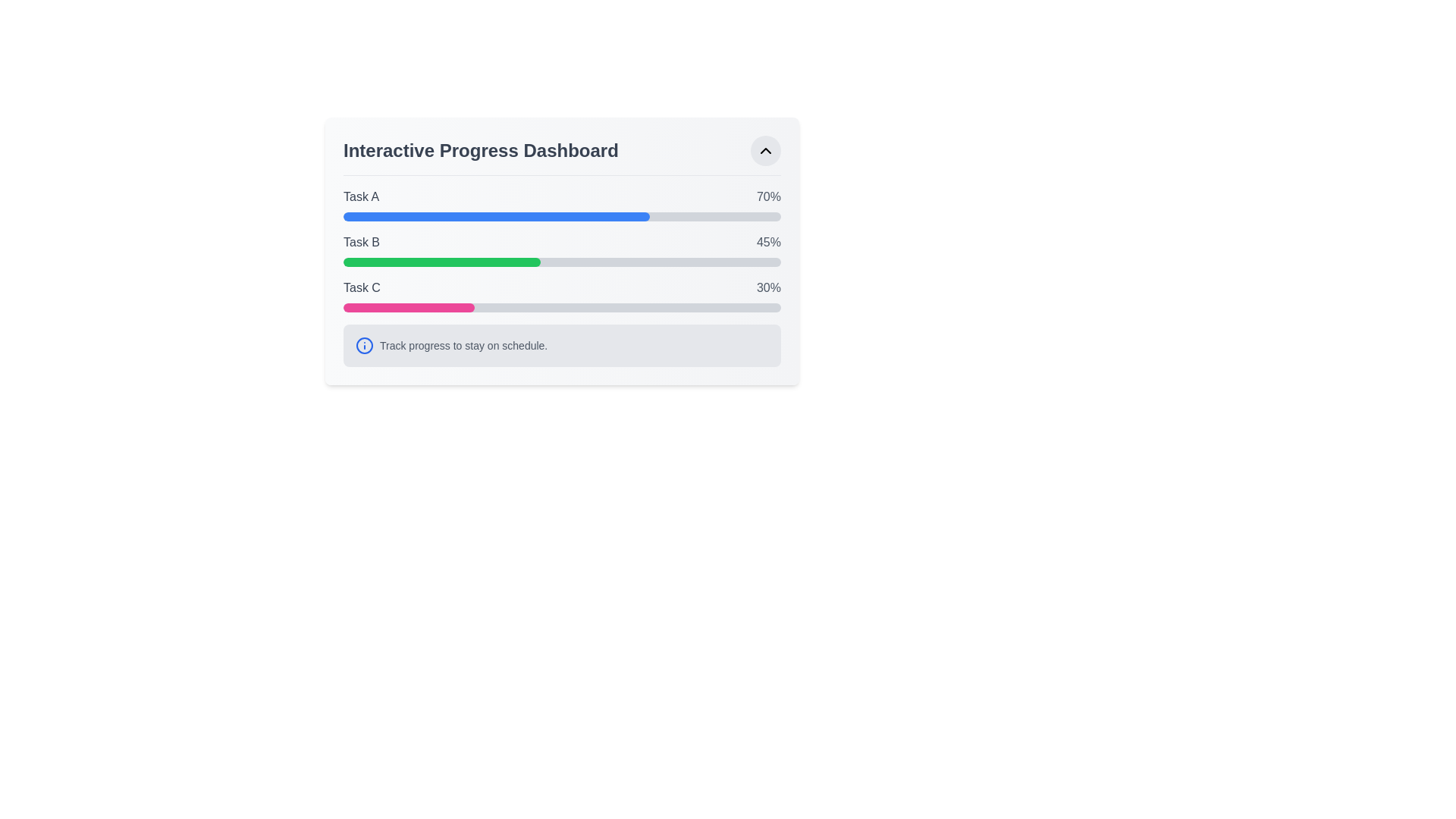 The width and height of the screenshot is (1456, 819). Describe the element at coordinates (765, 151) in the screenshot. I see `the circular button with a light gray background and a black upward-pointing chevron icon` at that location.